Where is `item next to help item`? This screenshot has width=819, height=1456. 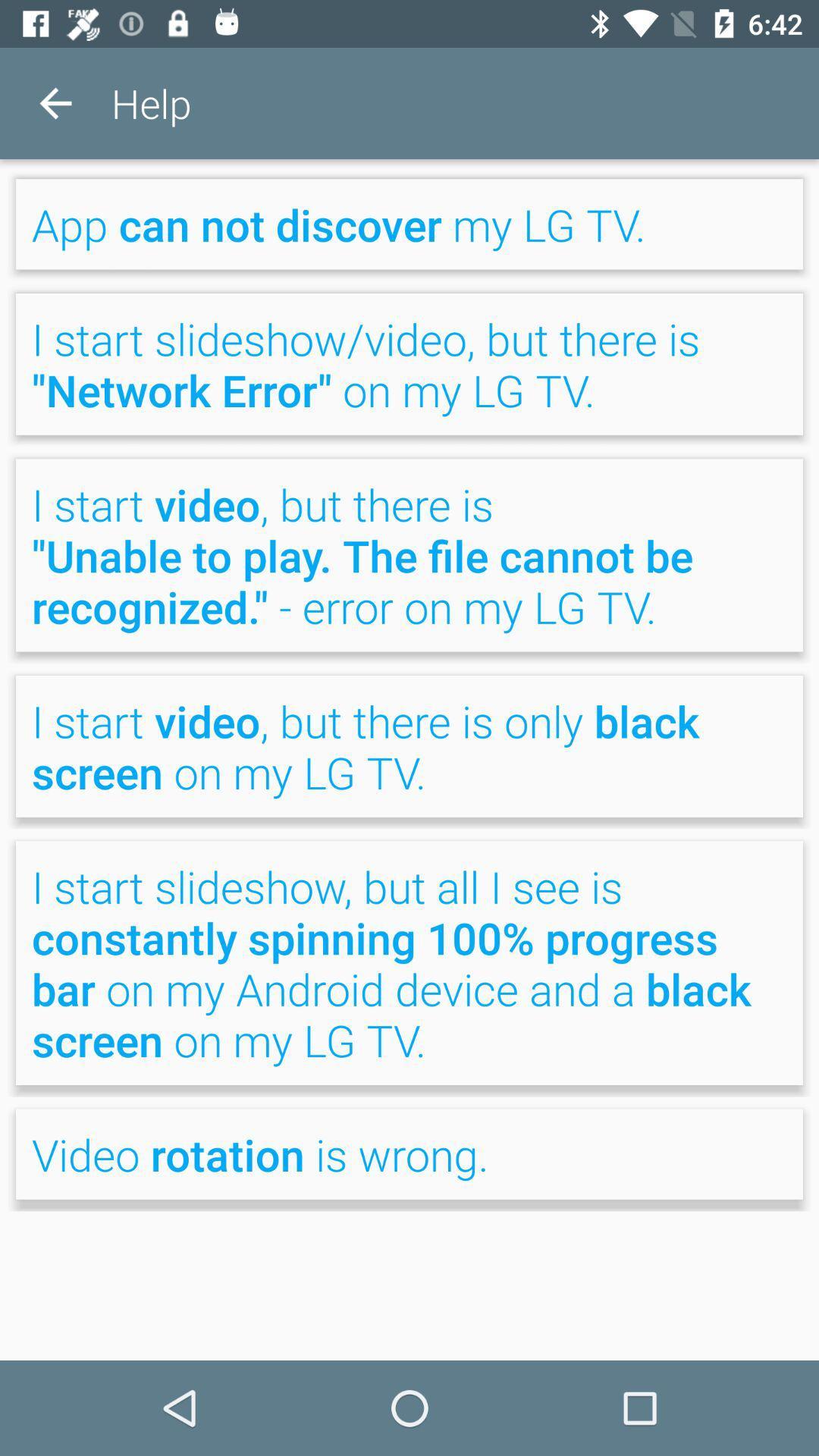 item next to help item is located at coordinates (55, 102).